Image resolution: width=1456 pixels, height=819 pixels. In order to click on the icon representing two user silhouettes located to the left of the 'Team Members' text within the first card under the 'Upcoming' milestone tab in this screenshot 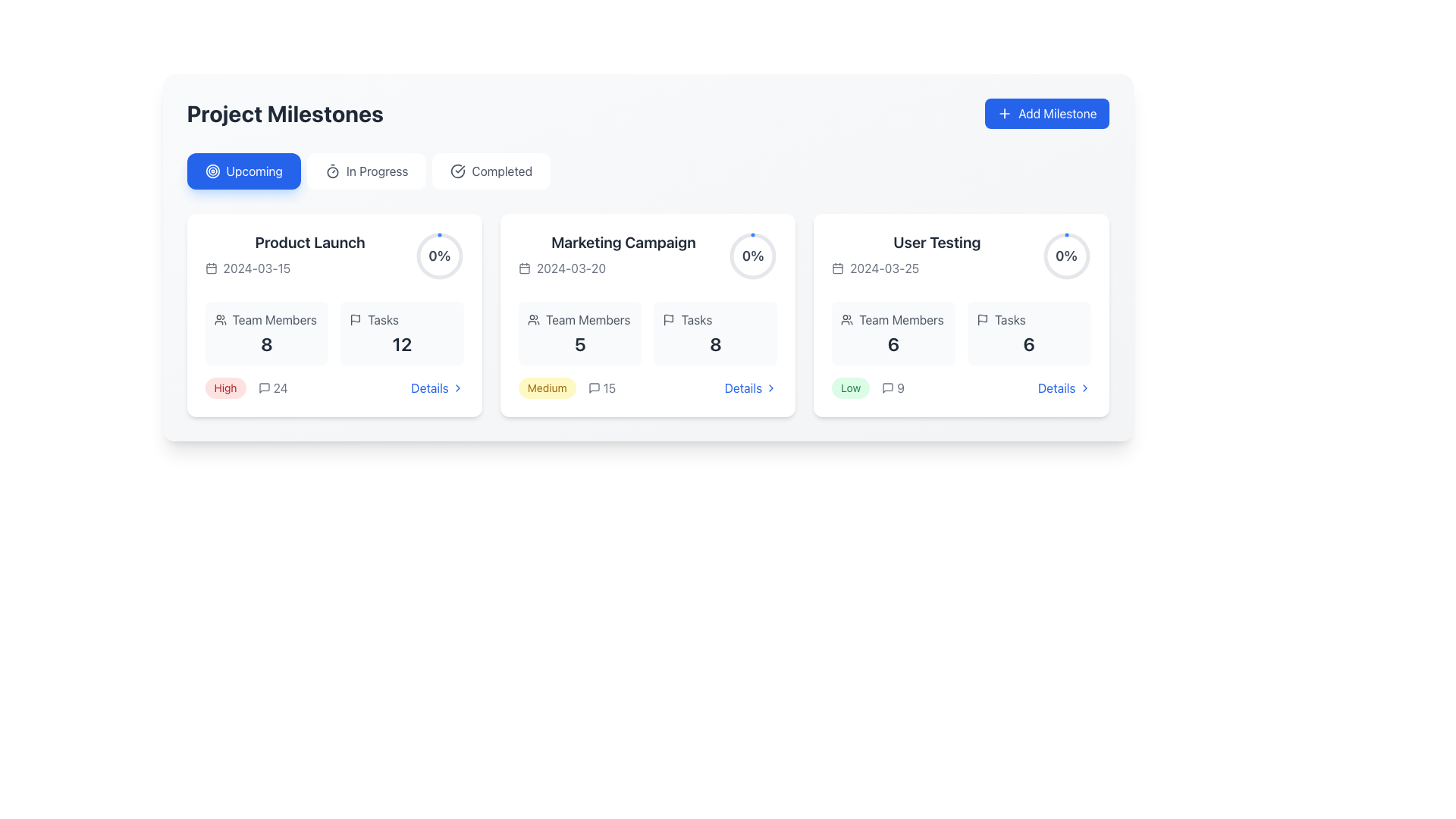, I will do `click(219, 318)`.